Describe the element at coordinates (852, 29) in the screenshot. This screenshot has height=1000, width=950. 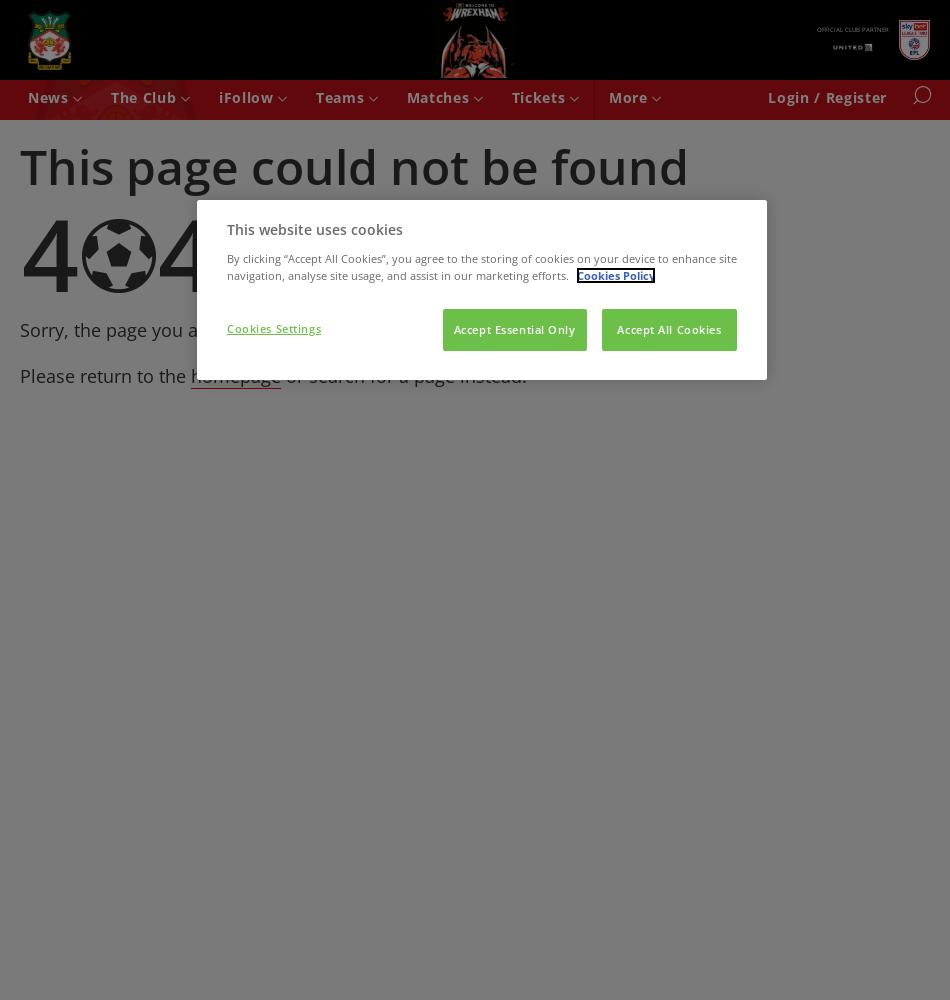
I see `'Official club partner'` at that location.